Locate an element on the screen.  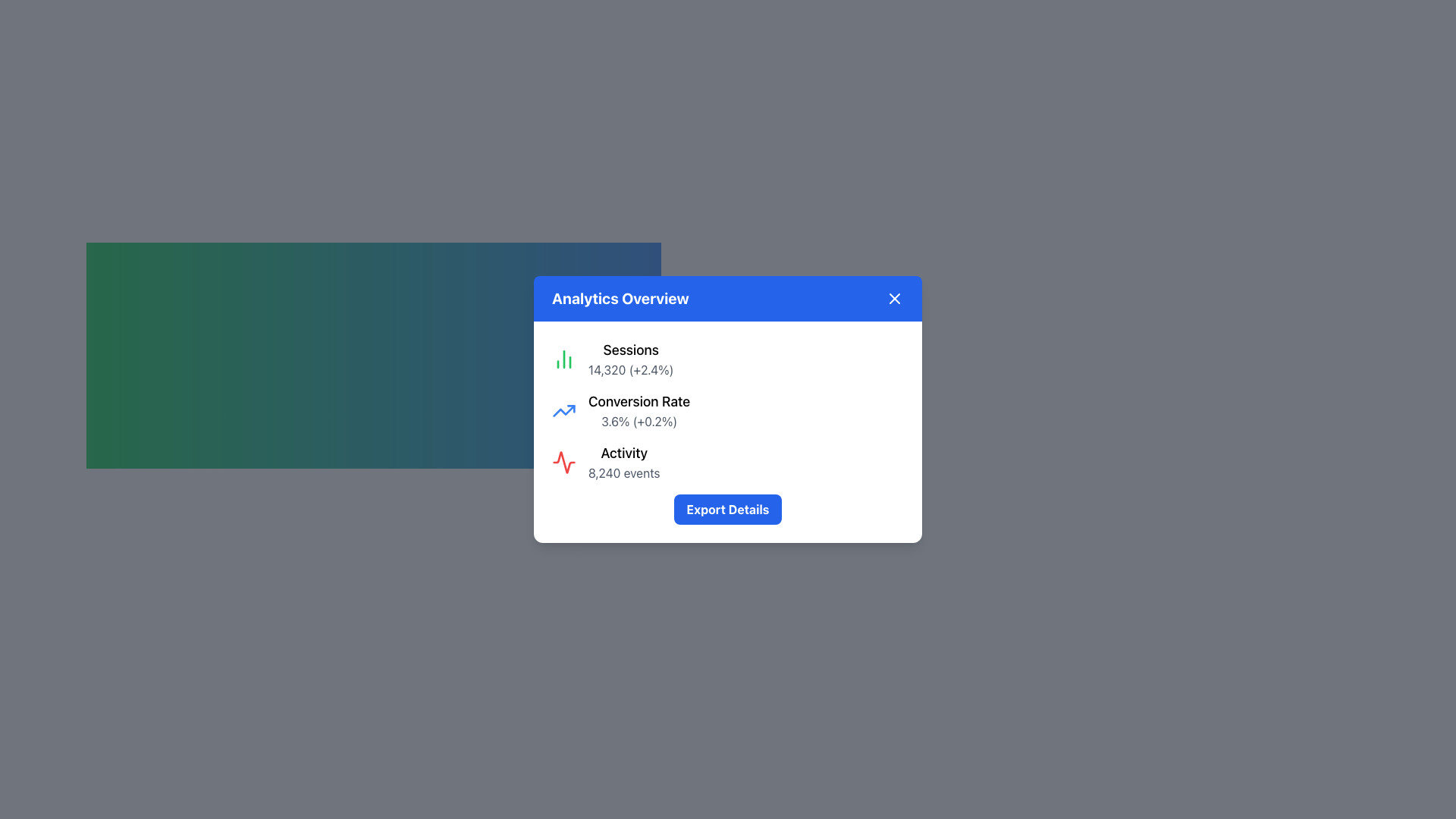
the label element that serves as a heading for the '8,240 events' data, which is positioned at the lower part of the white card element is located at coordinates (624, 452).